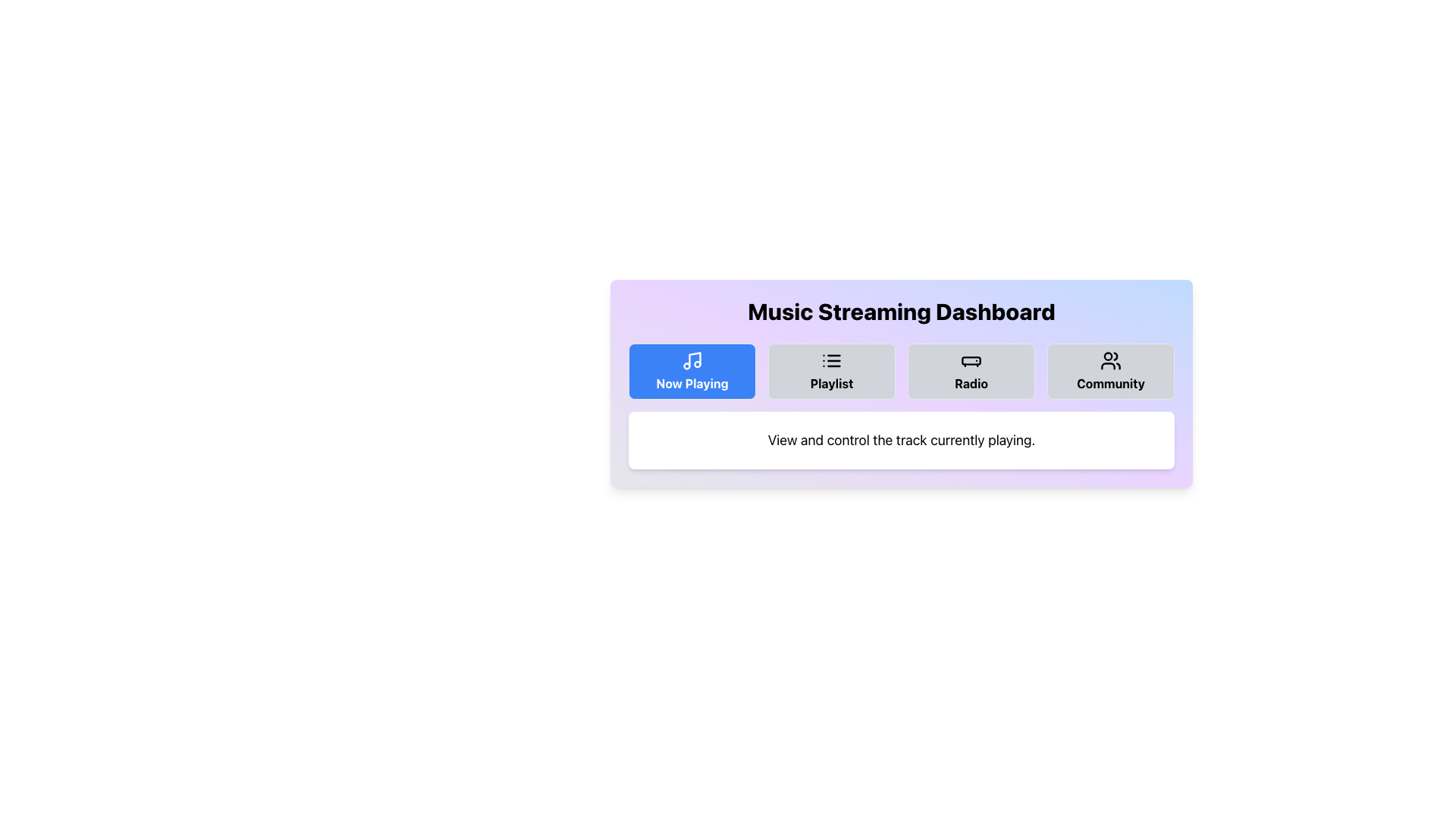 The height and width of the screenshot is (819, 1456). I want to click on the 'Playlist' button on the Navigation bar located near the center of the 'Music Streaming Dashboard' section, so click(902, 371).